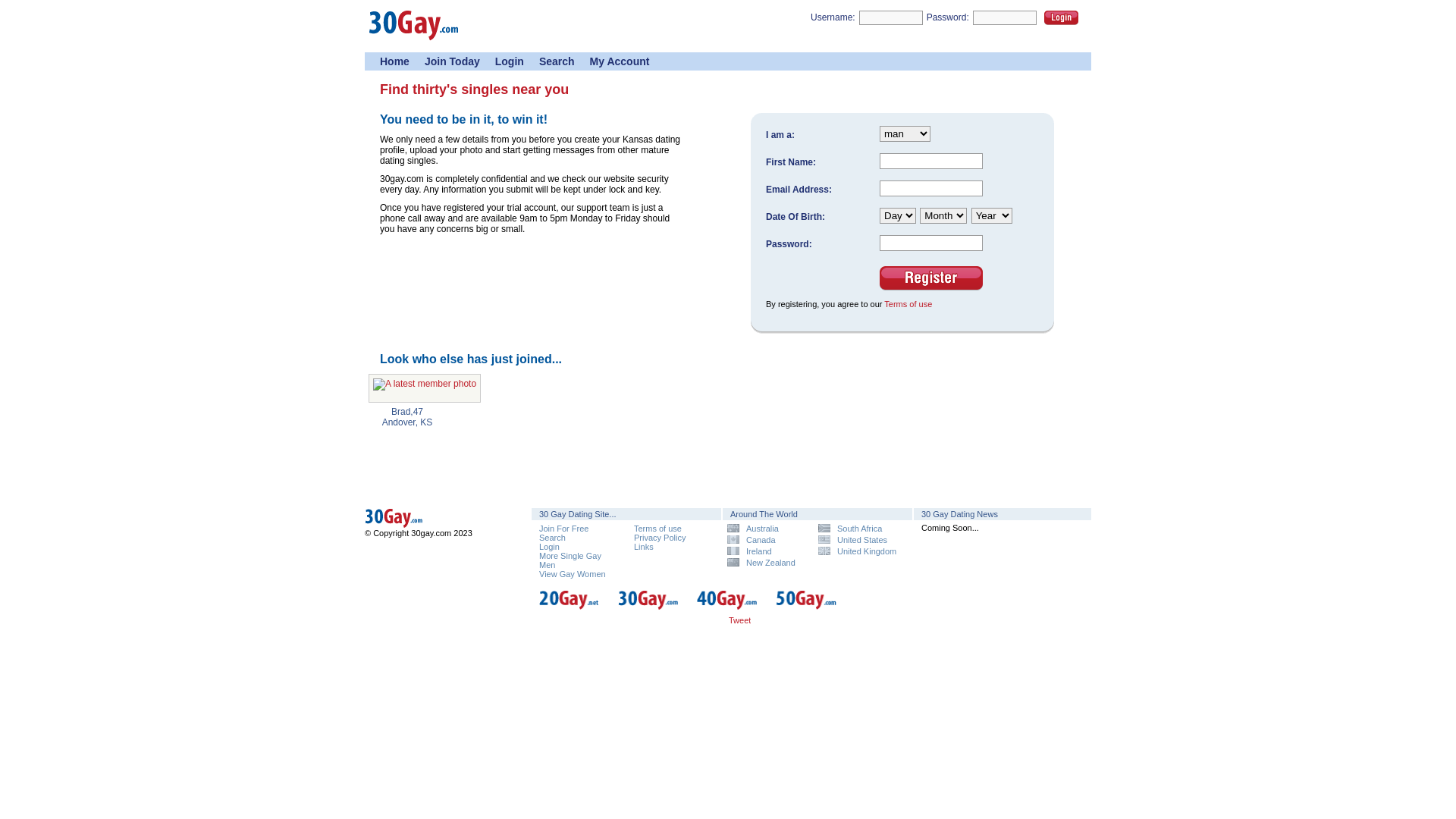 The image size is (1456, 819). What do you see at coordinates (775, 607) in the screenshot?
I see `'50 Gay Dating - 50gay.com'` at bounding box center [775, 607].